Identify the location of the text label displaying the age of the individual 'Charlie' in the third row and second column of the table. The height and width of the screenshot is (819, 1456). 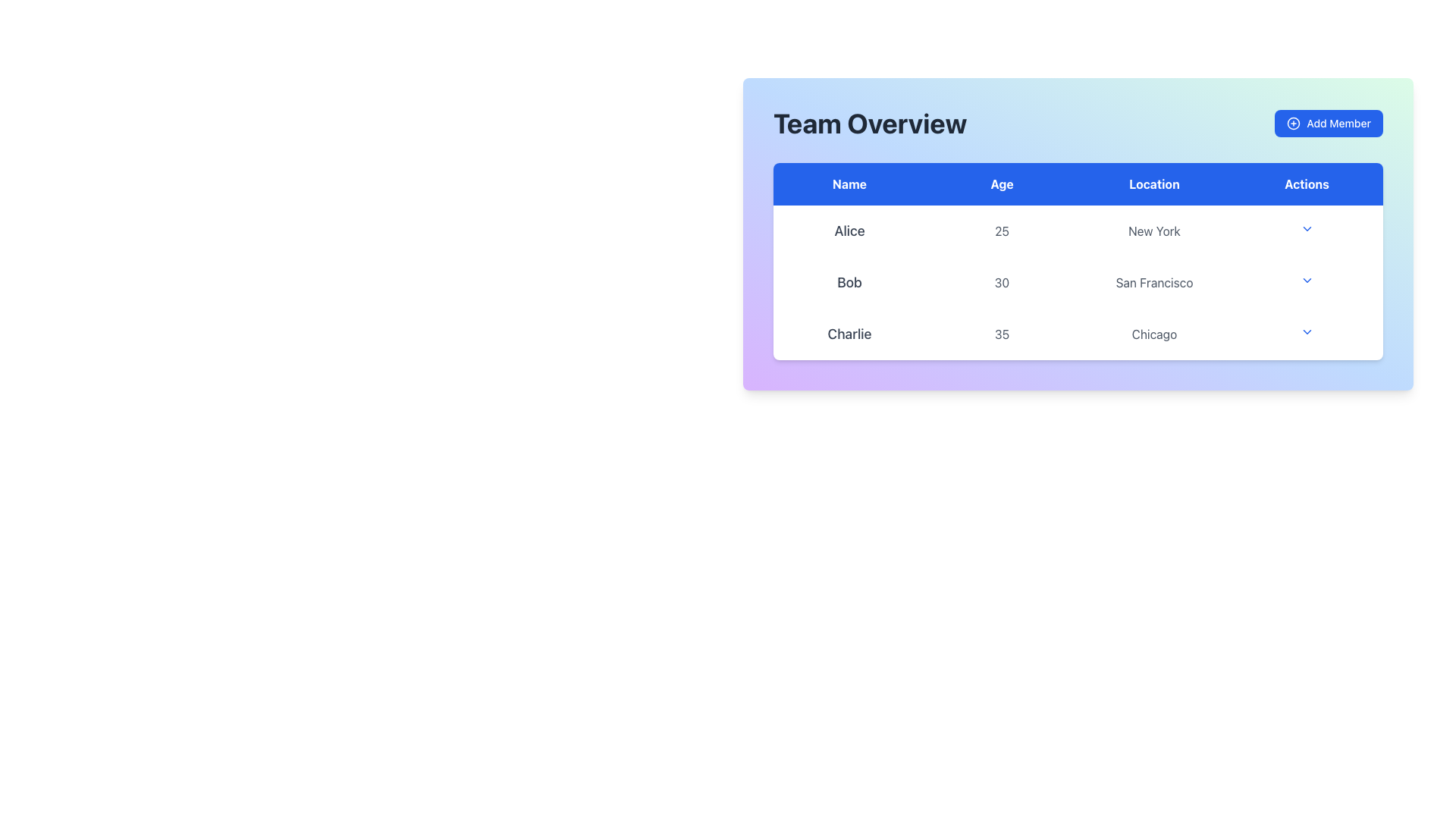
(1002, 333).